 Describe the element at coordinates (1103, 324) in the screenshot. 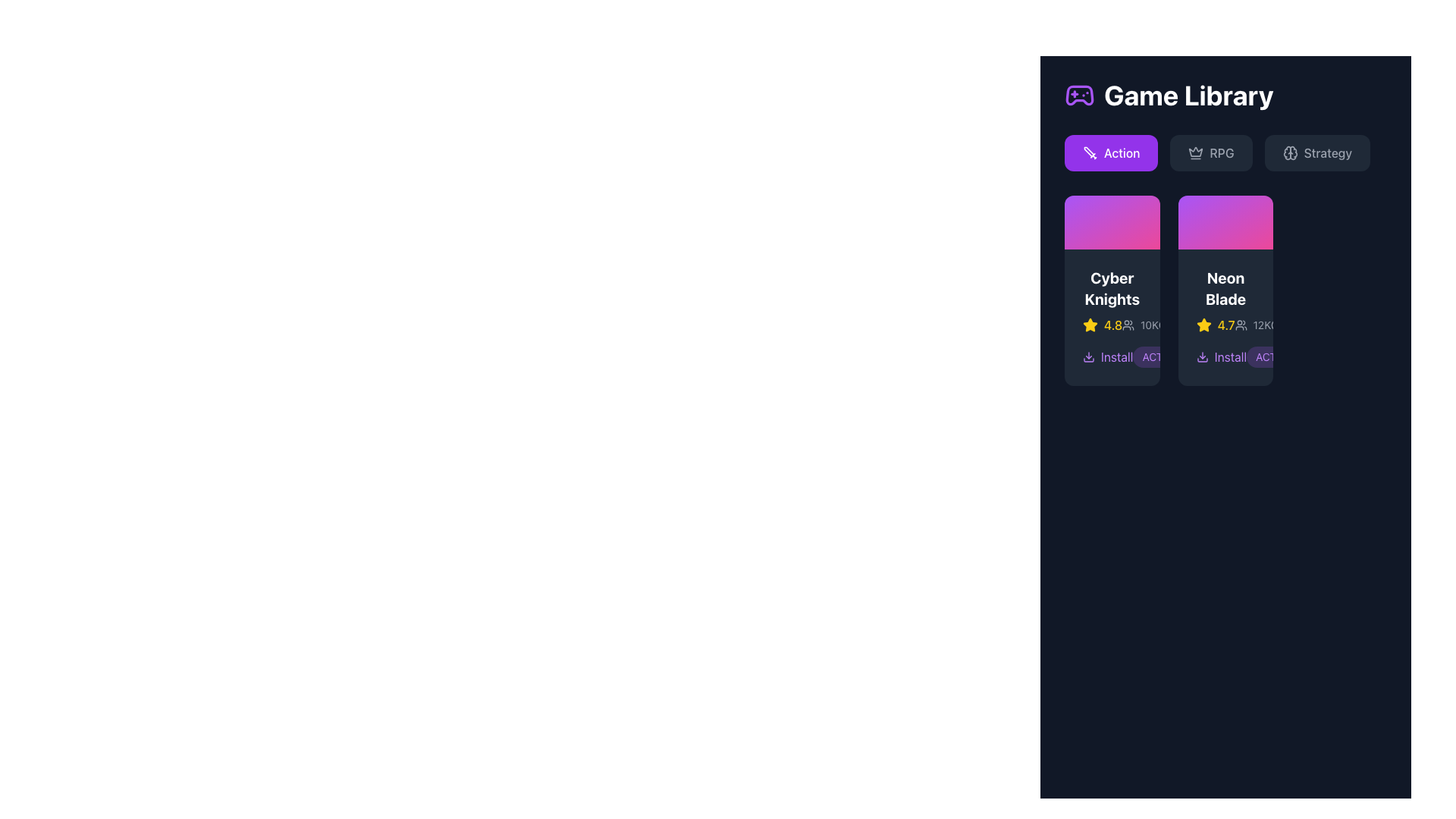

I see `rating from the yellow star icon and text '4.8' in the Rating indicator for 'Cyber Knights' to gain information about the game's reputation` at that location.